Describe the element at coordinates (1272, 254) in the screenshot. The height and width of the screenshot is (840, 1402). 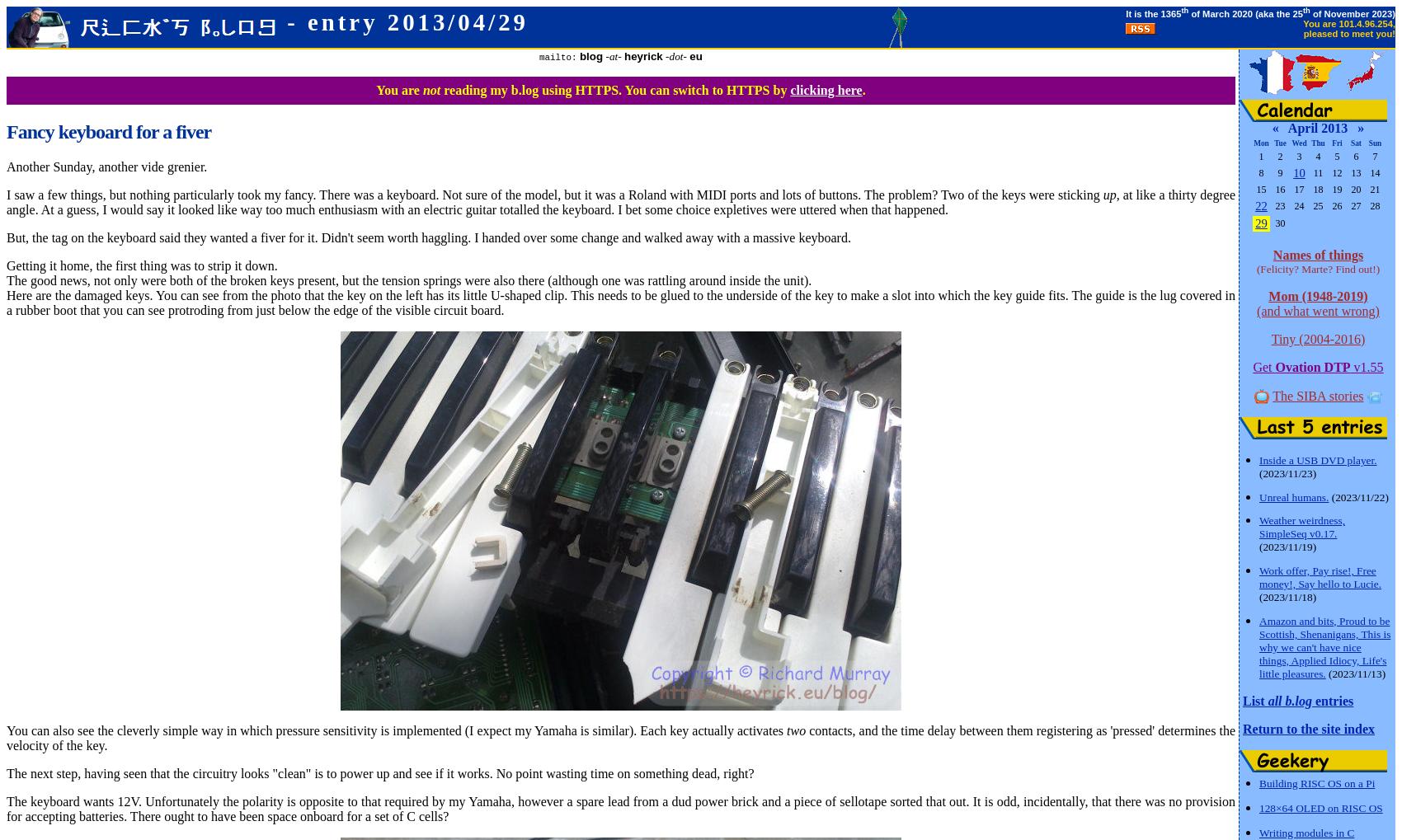
I see `'Names of things'` at that location.